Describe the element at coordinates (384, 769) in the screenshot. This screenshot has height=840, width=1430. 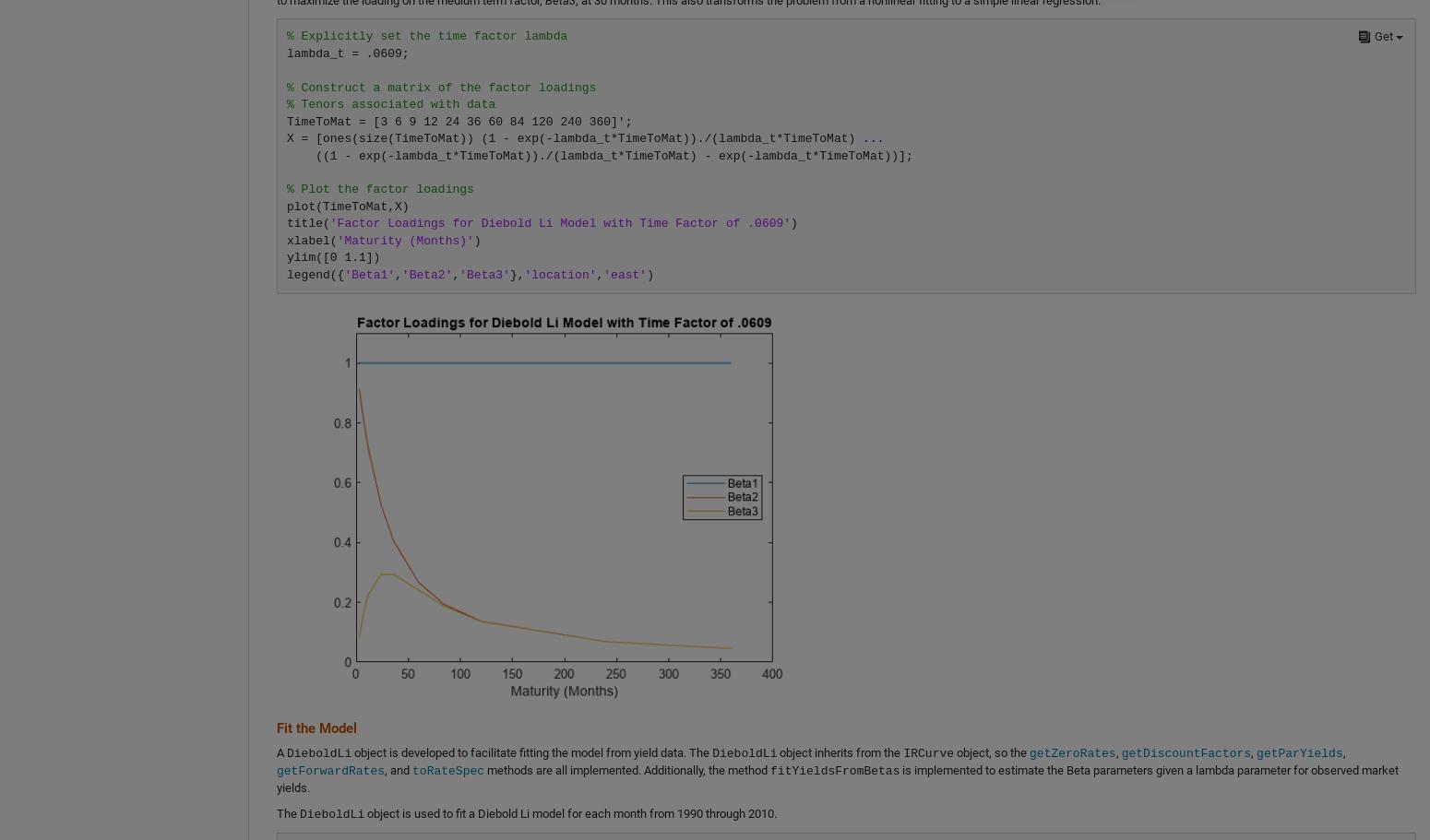
I see `', and'` at that location.